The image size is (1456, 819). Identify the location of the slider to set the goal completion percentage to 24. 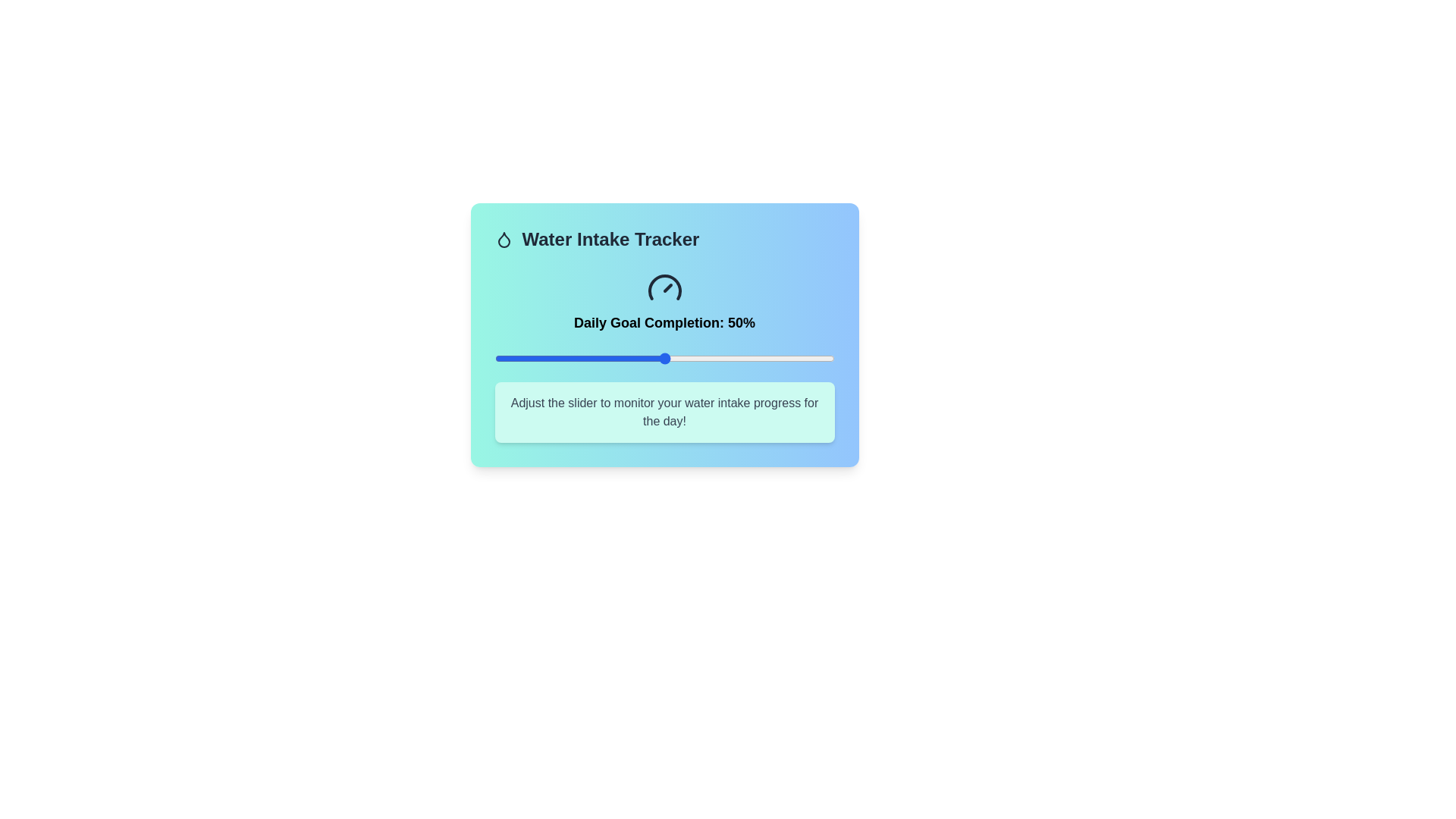
(575, 359).